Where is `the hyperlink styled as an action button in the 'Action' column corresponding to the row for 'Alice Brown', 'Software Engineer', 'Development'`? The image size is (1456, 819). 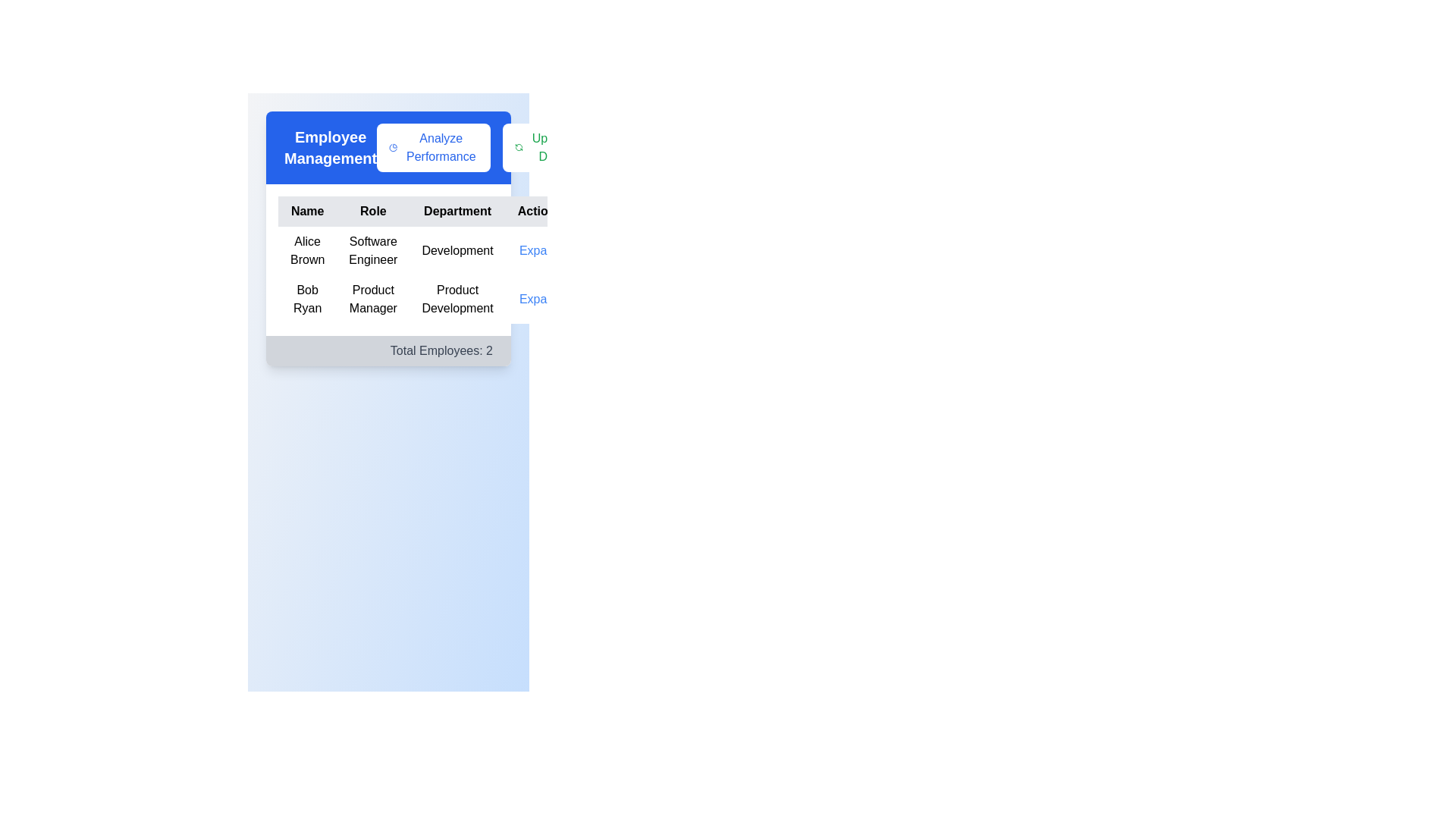
the hyperlink styled as an action button in the 'Action' column corresponding to the row for 'Alice Brown', 'Software Engineer', 'Development' is located at coordinates (539, 250).